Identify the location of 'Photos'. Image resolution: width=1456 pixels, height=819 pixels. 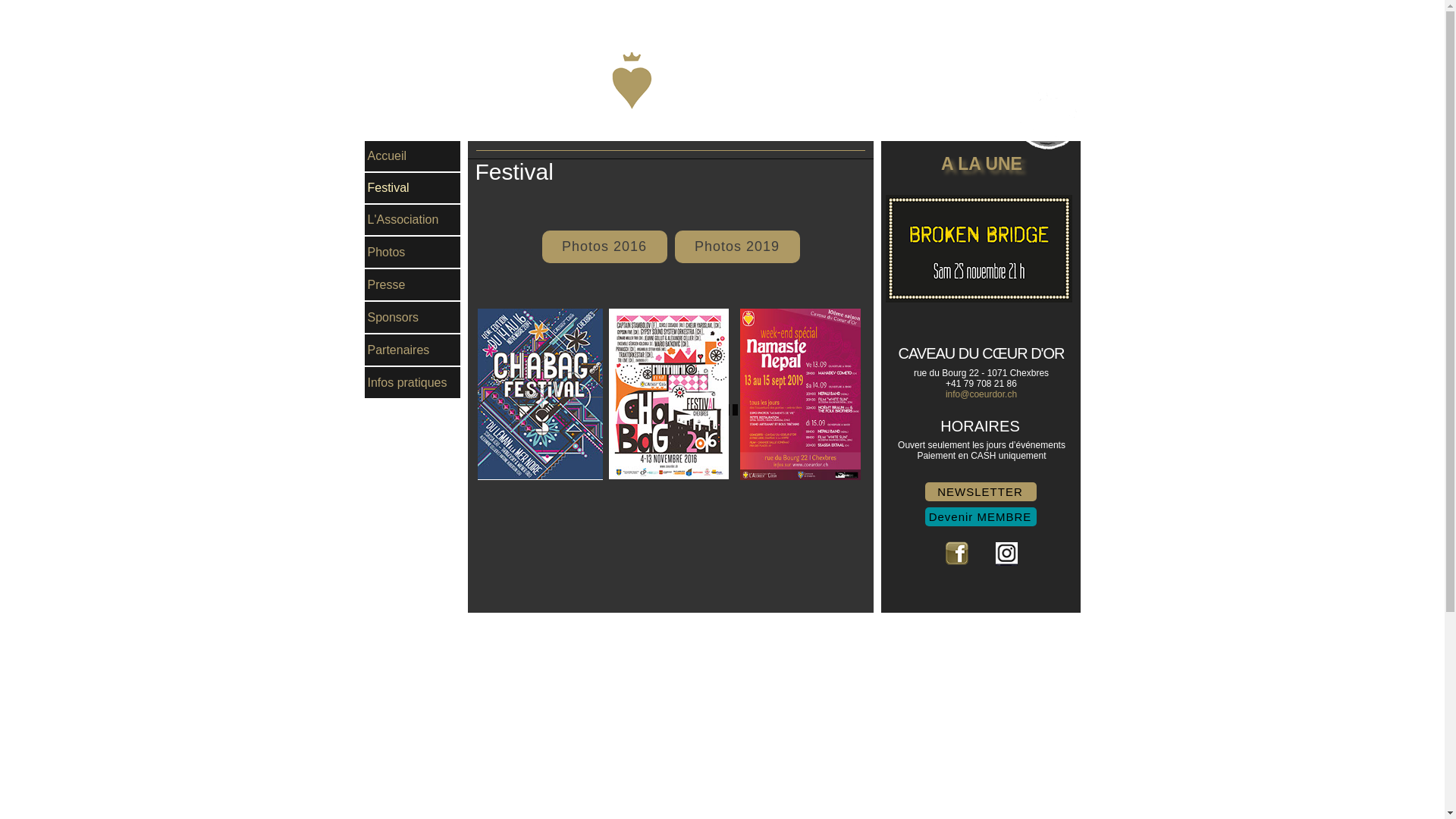
(411, 251).